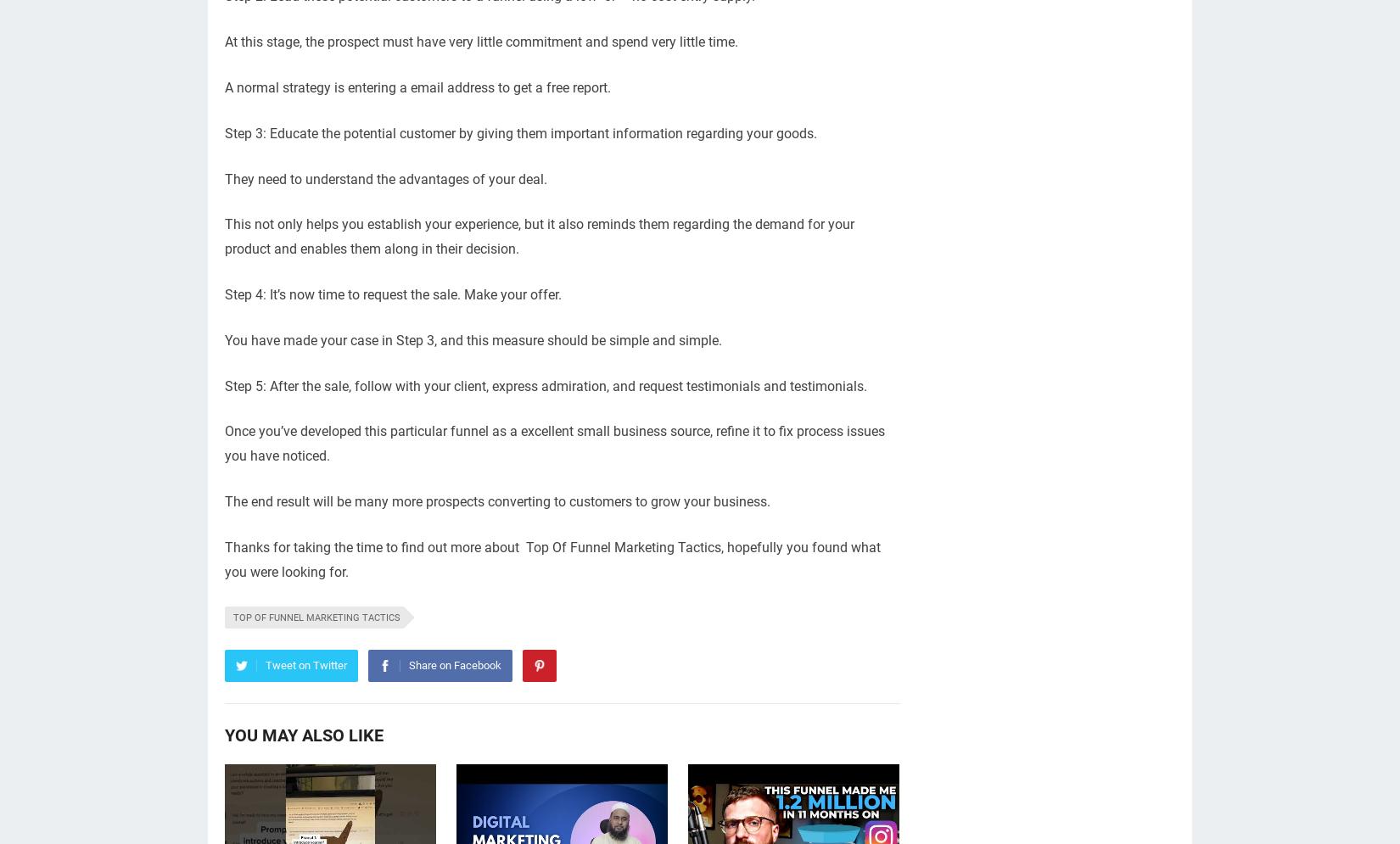  What do you see at coordinates (306, 665) in the screenshot?
I see `'Tweet on Twitter'` at bounding box center [306, 665].